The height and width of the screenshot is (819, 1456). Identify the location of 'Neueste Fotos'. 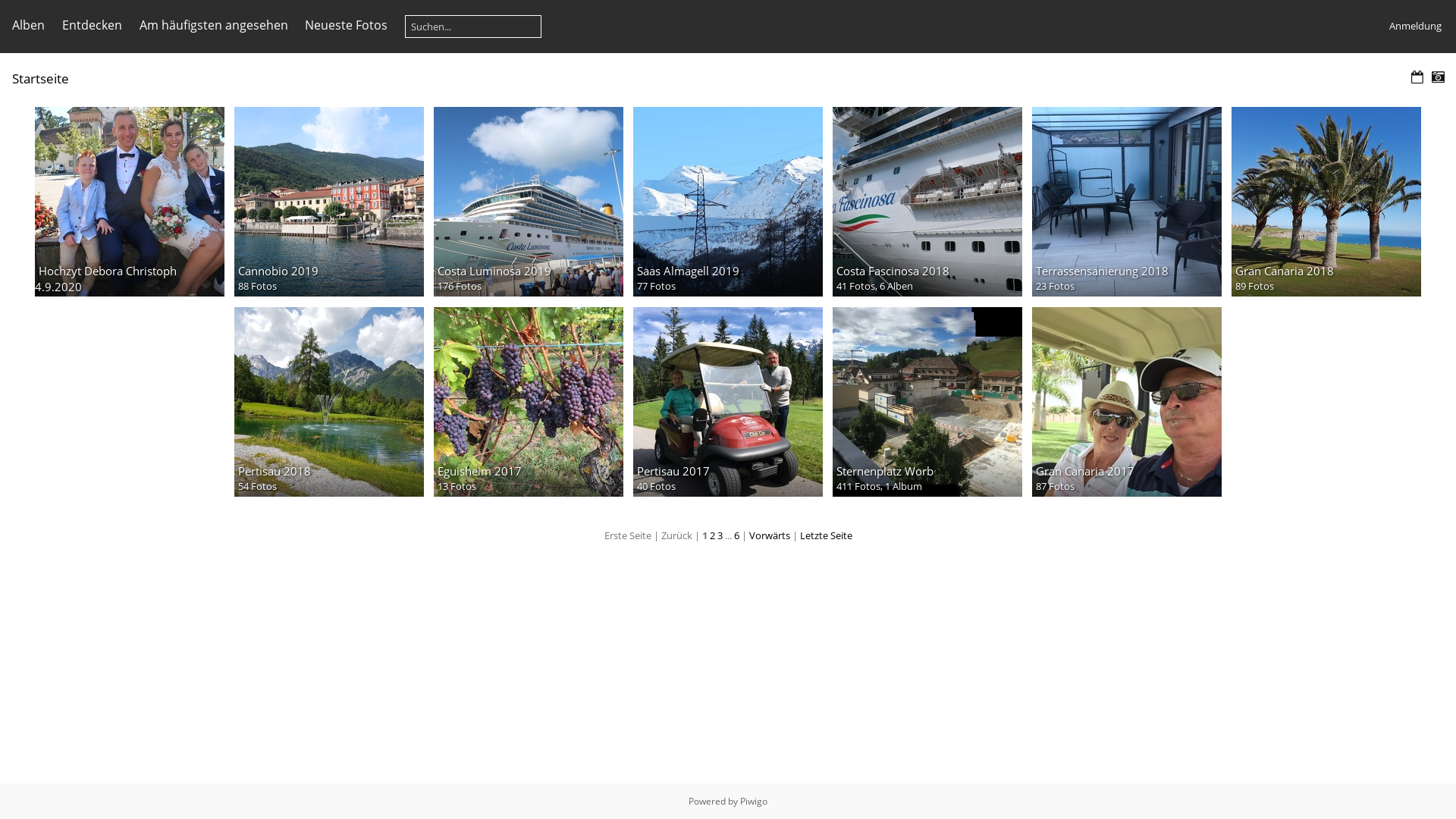
(345, 25).